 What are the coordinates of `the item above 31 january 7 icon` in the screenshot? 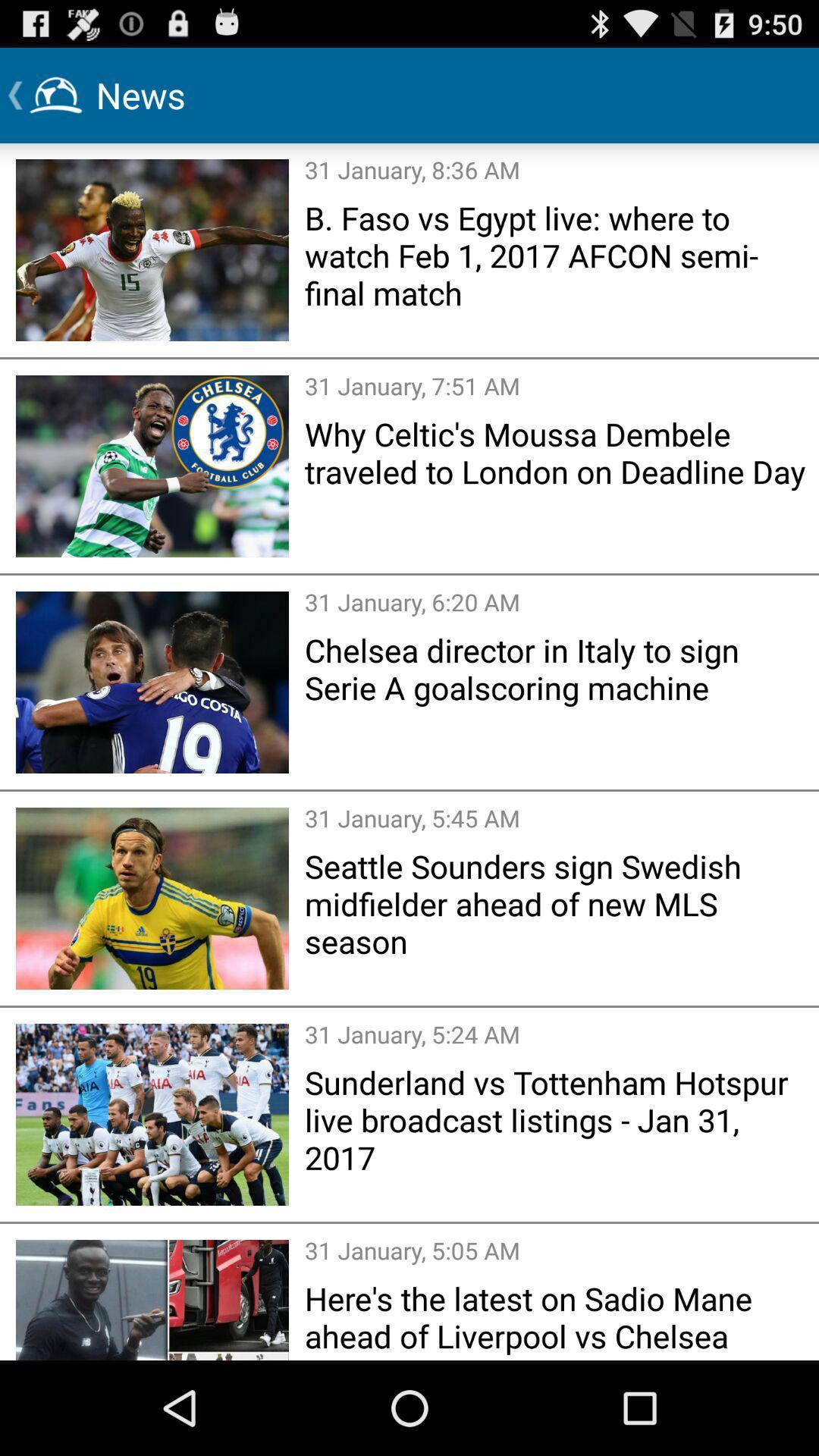 It's located at (557, 255).